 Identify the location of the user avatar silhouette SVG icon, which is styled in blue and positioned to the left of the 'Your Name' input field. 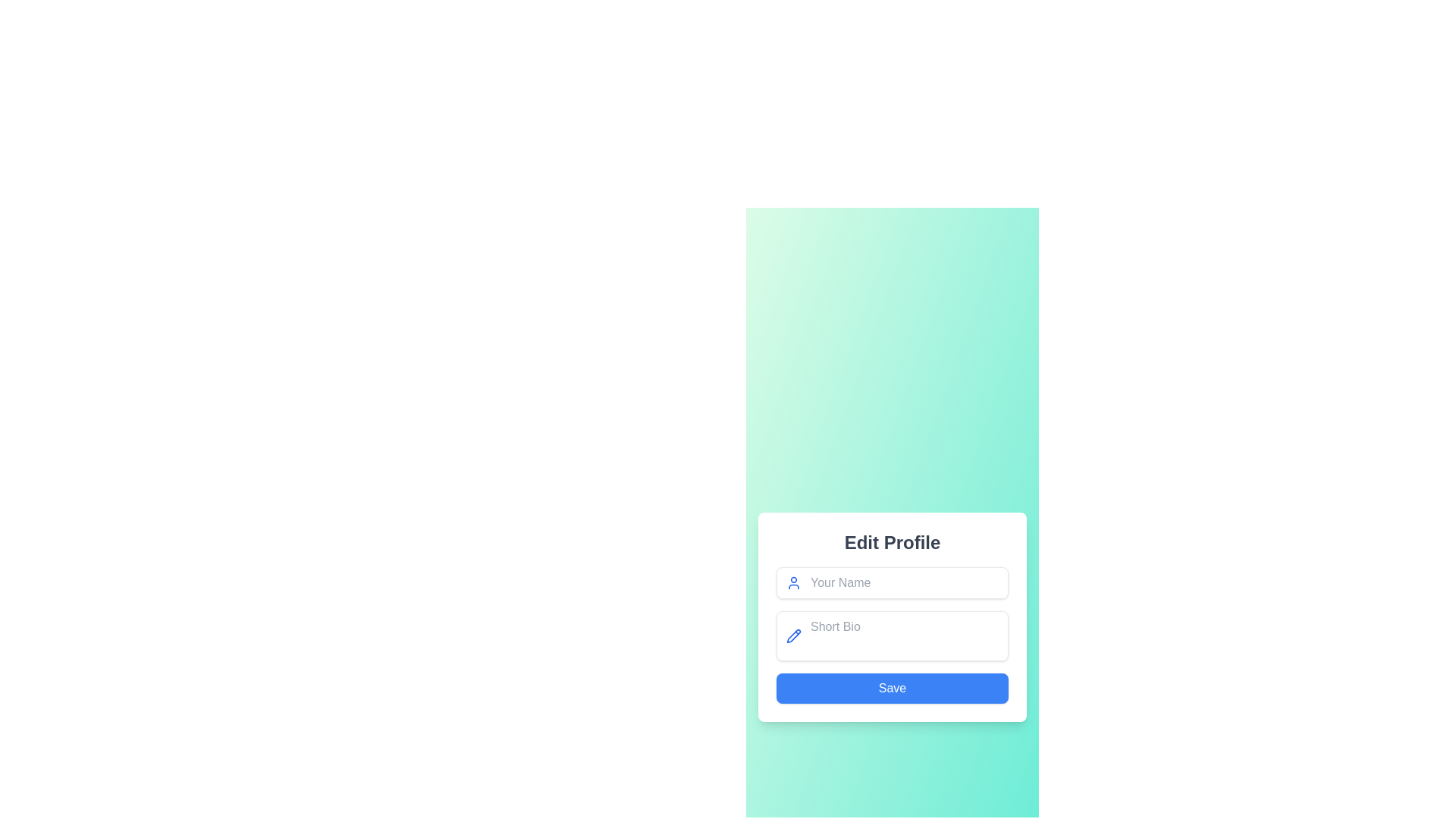
(792, 582).